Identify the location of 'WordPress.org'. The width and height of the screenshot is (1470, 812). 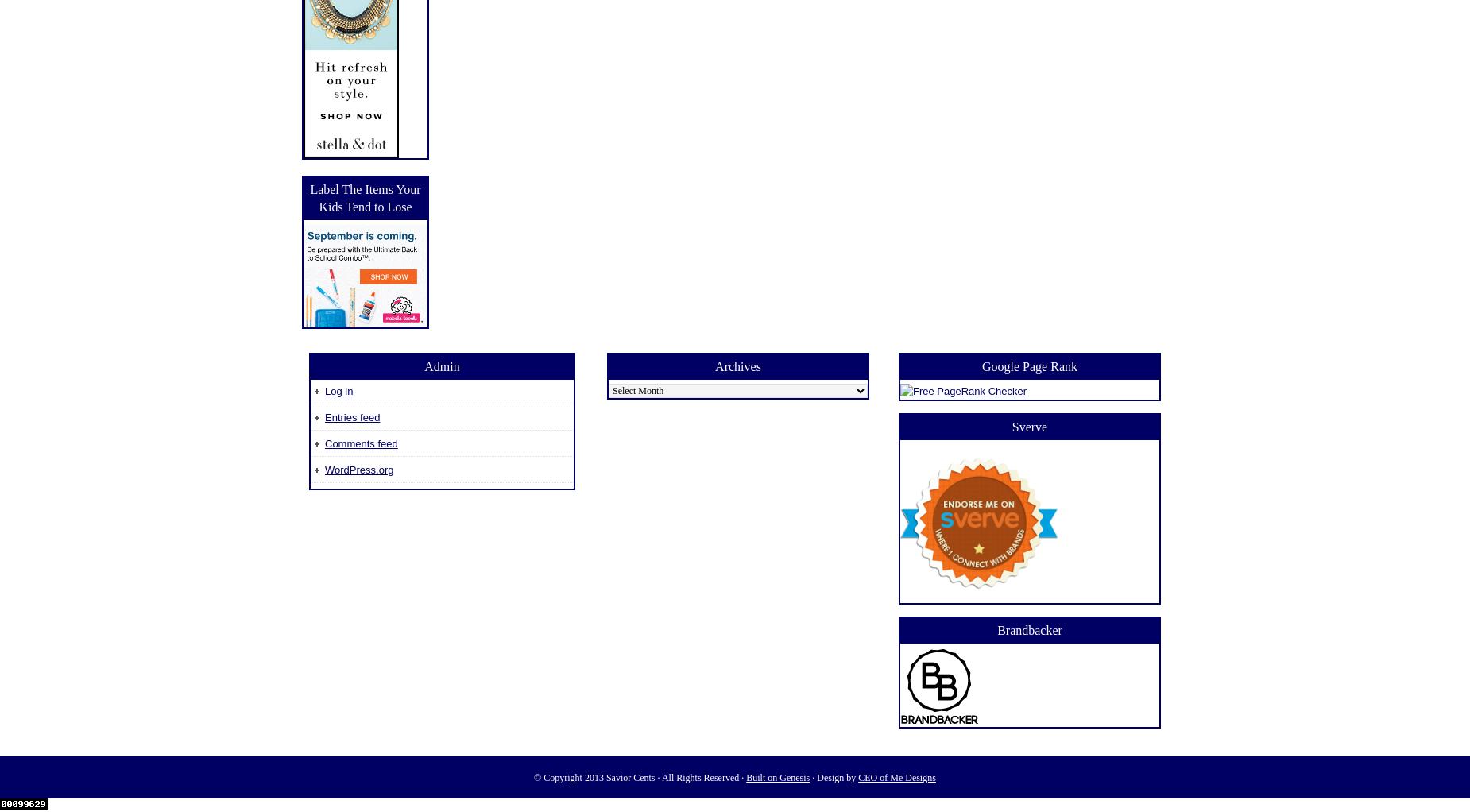
(324, 469).